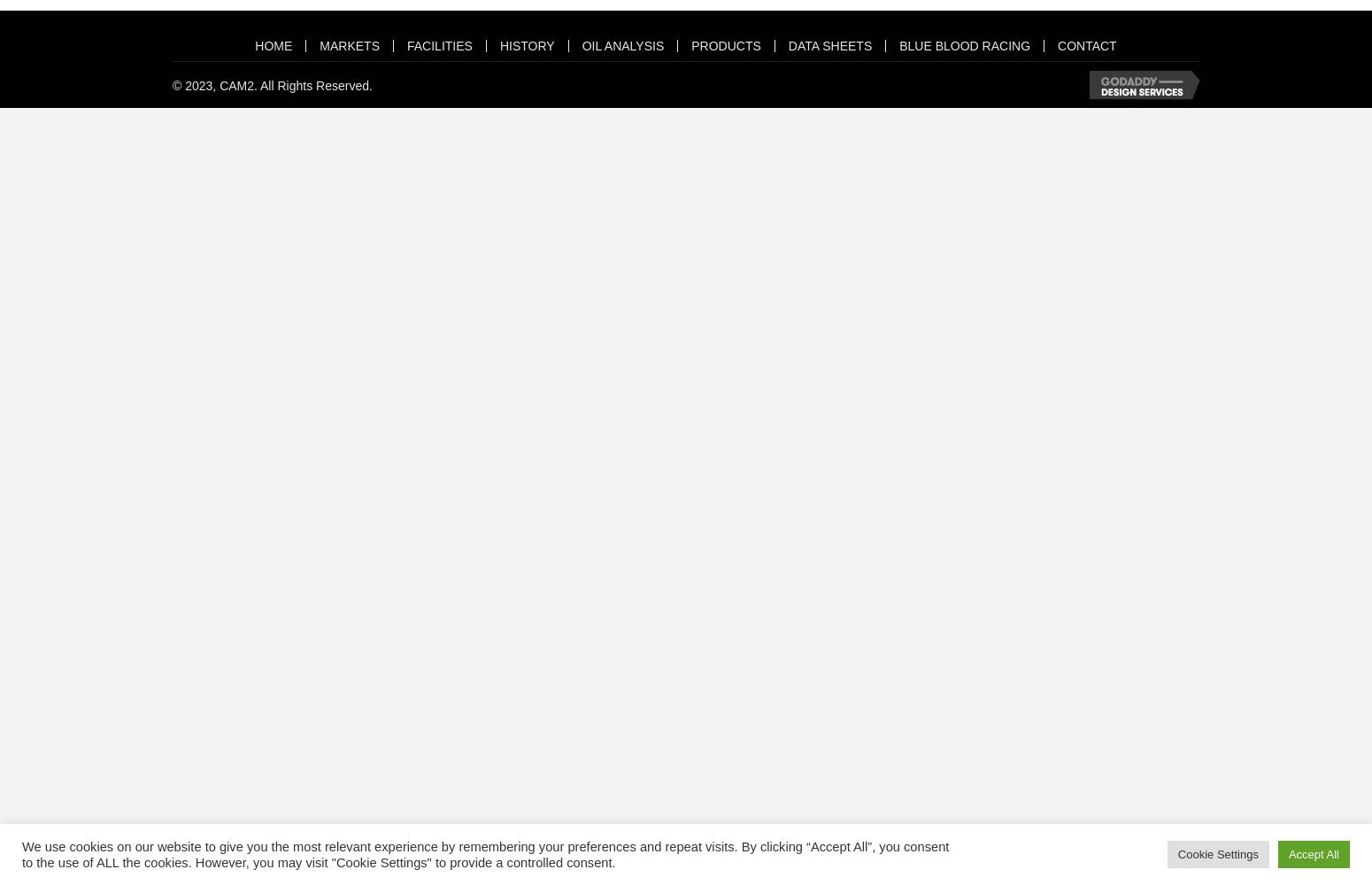 The image size is (1372, 885). Describe the element at coordinates (274, 45) in the screenshot. I see `'HOME'` at that location.